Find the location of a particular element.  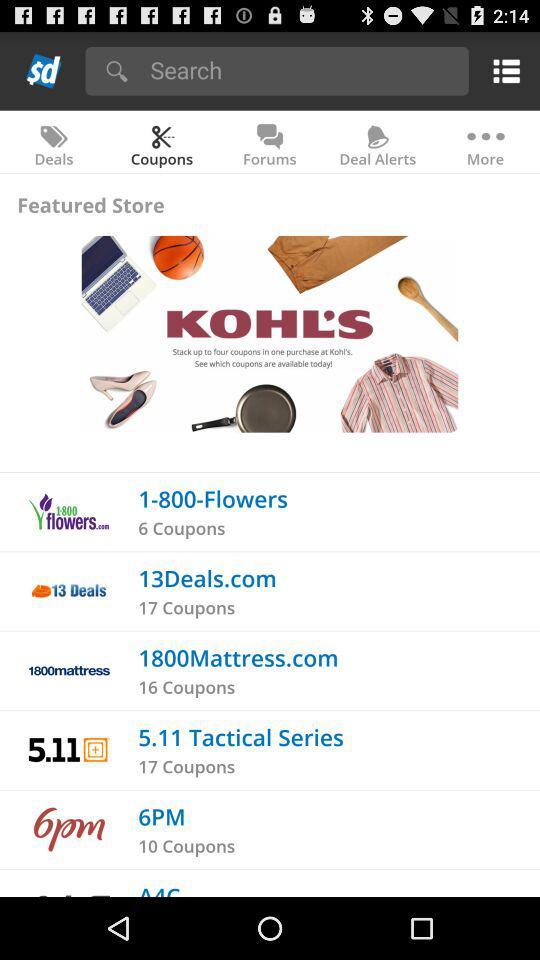

the 10 coupons is located at coordinates (186, 844).